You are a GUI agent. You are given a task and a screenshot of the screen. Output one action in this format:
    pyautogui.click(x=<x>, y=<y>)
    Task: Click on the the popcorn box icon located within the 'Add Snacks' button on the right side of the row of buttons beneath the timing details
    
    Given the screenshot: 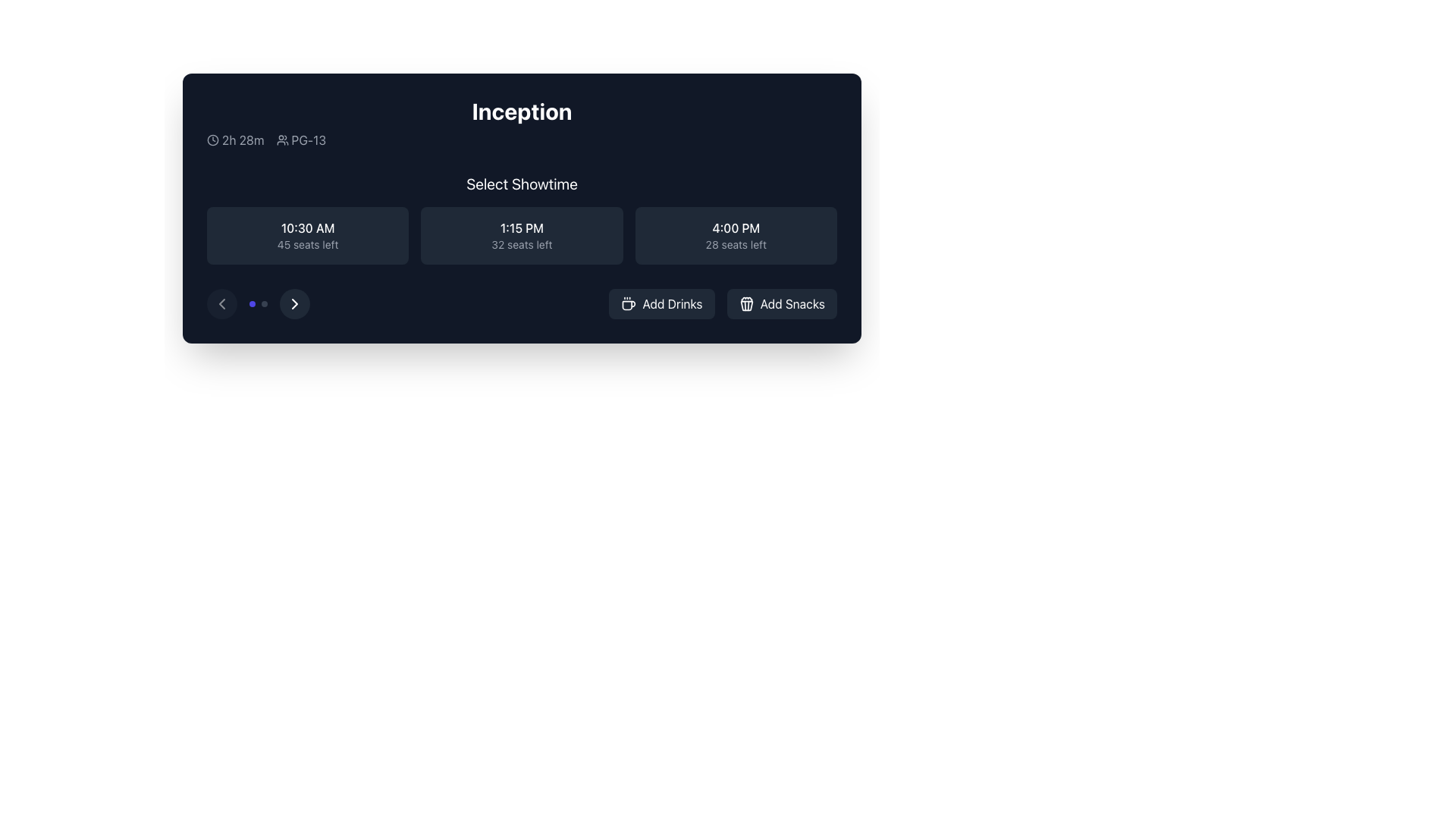 What is the action you would take?
    pyautogui.click(x=746, y=304)
    